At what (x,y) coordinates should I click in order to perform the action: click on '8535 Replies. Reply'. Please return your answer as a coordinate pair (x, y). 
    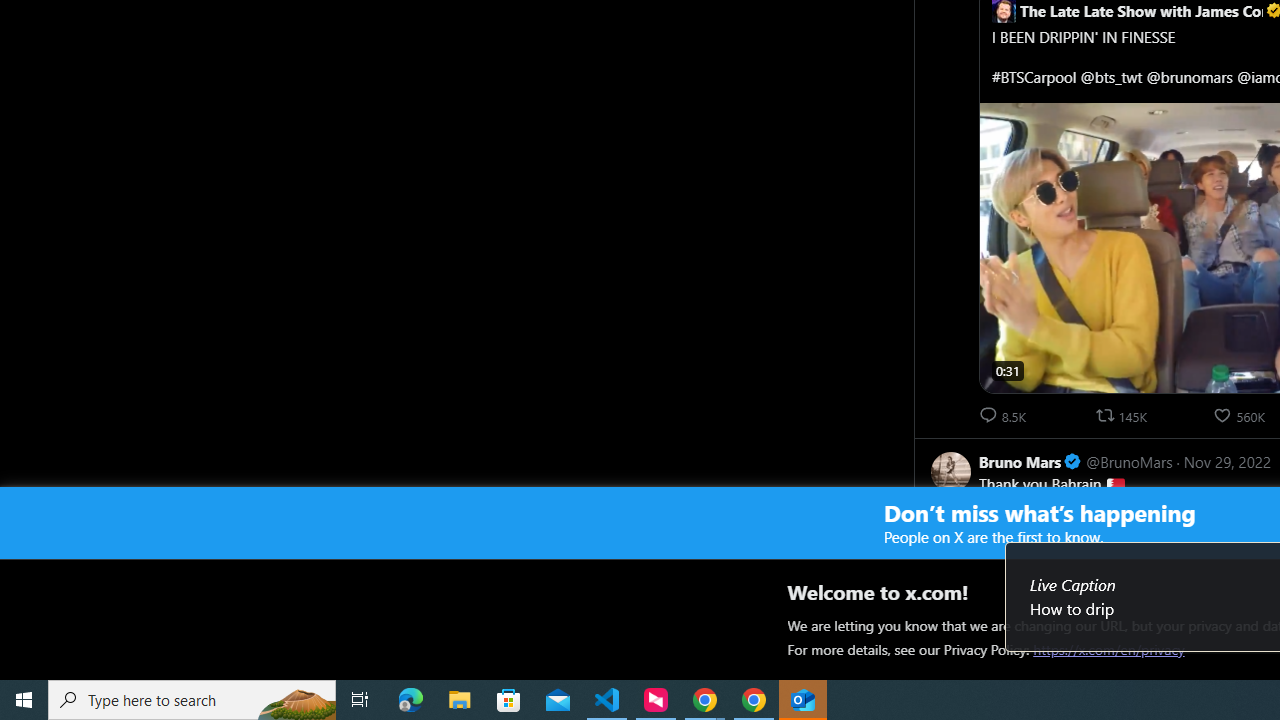
    Looking at the image, I should click on (1004, 414).